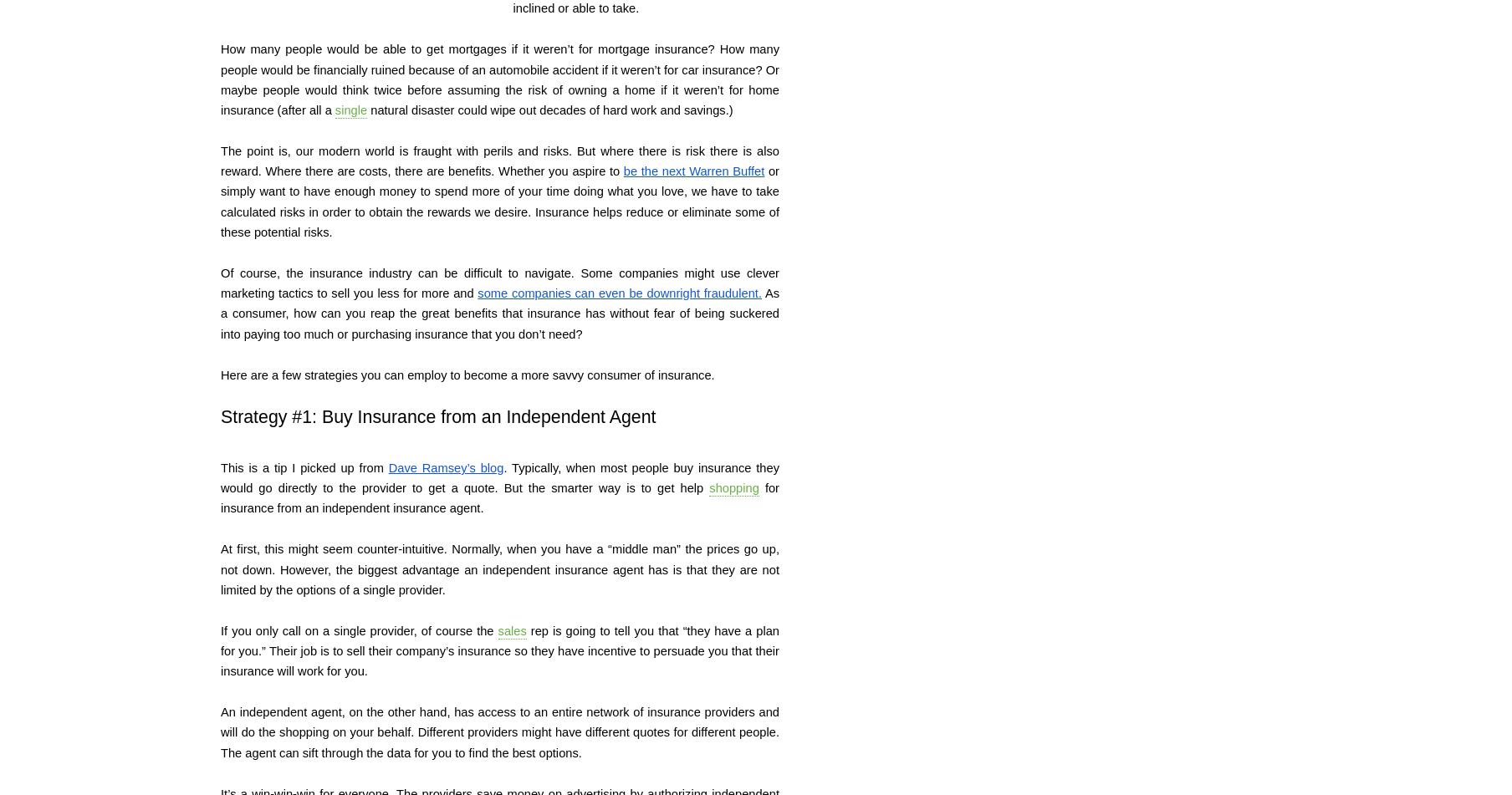  I want to click on 'Dave Ramsey’s blog', so click(444, 466).